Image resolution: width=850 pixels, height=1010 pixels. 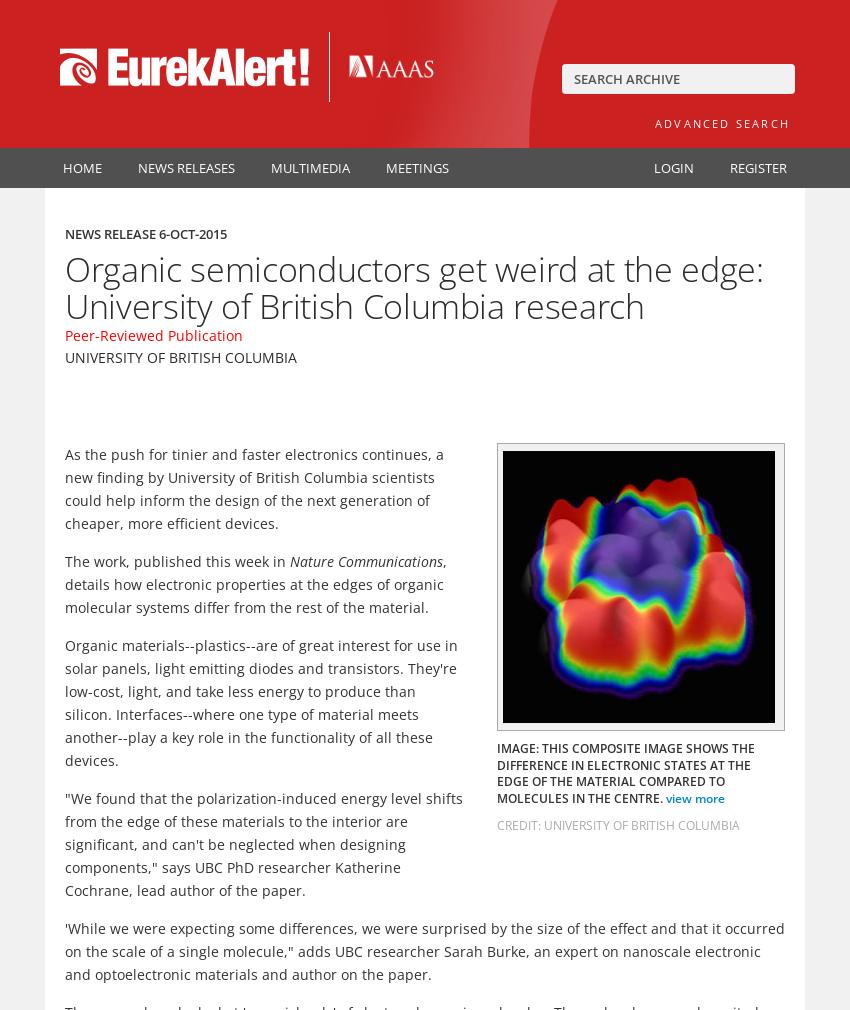 What do you see at coordinates (111, 233) in the screenshot?
I see `'News Release'` at bounding box center [111, 233].